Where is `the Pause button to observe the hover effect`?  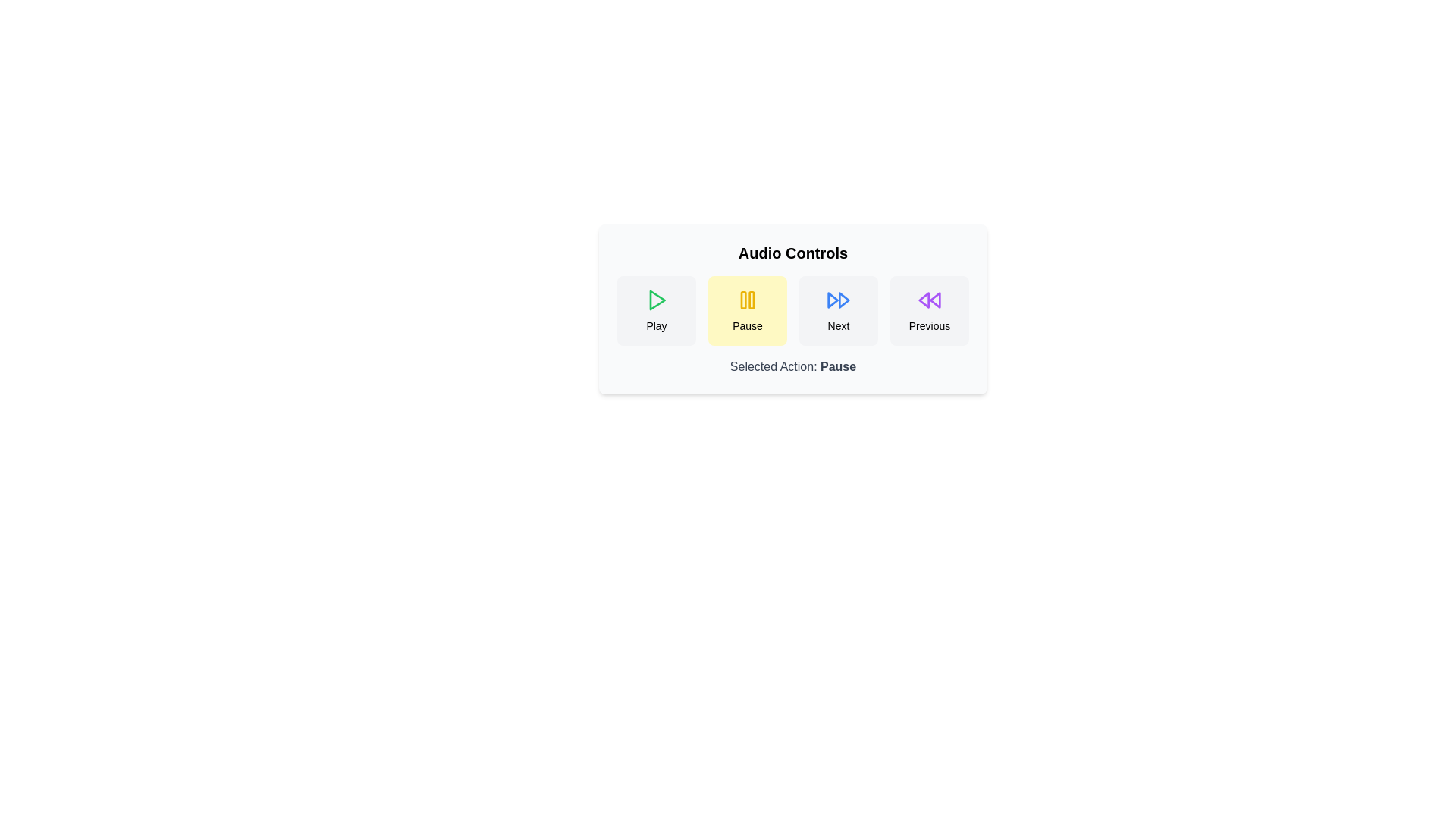 the Pause button to observe the hover effect is located at coordinates (747, 309).